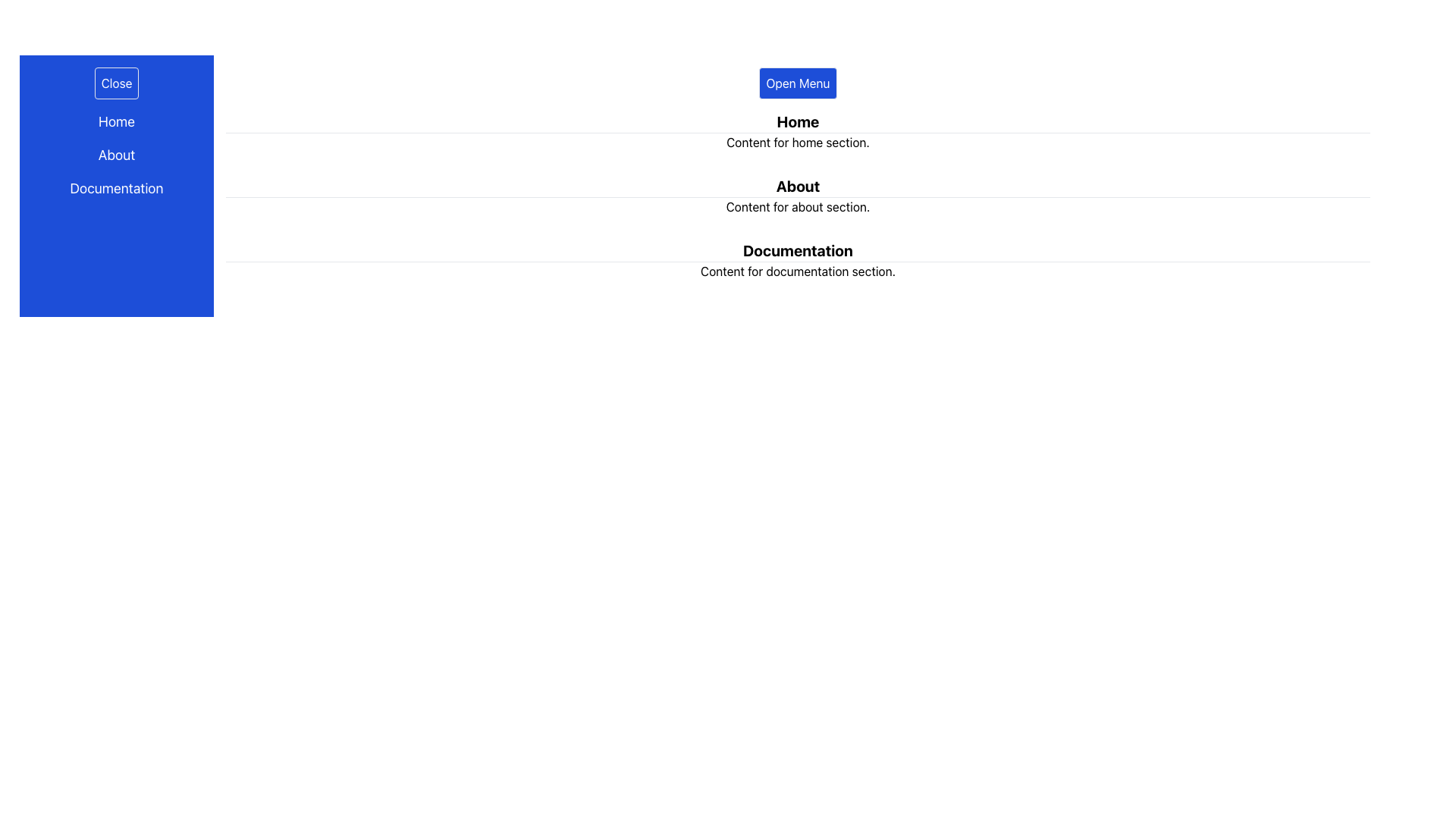 The image size is (1456, 819). What do you see at coordinates (115, 83) in the screenshot?
I see `the 'Close' button located at the top-left corner of the vertical navigation bar with a blue background` at bounding box center [115, 83].